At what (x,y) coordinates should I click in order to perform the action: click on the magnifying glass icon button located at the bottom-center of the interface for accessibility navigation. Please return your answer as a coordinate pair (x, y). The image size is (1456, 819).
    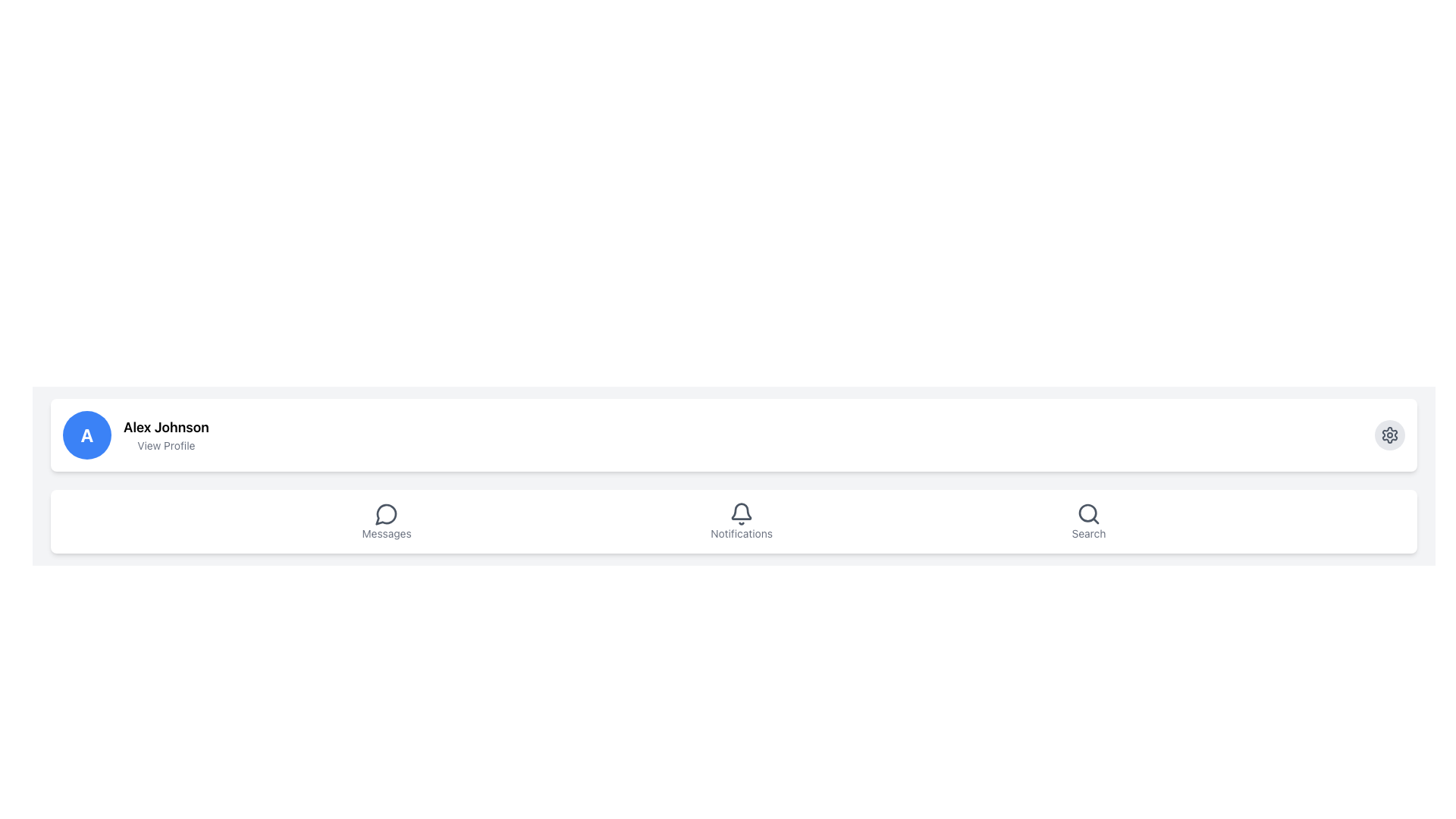
    Looking at the image, I should click on (1087, 513).